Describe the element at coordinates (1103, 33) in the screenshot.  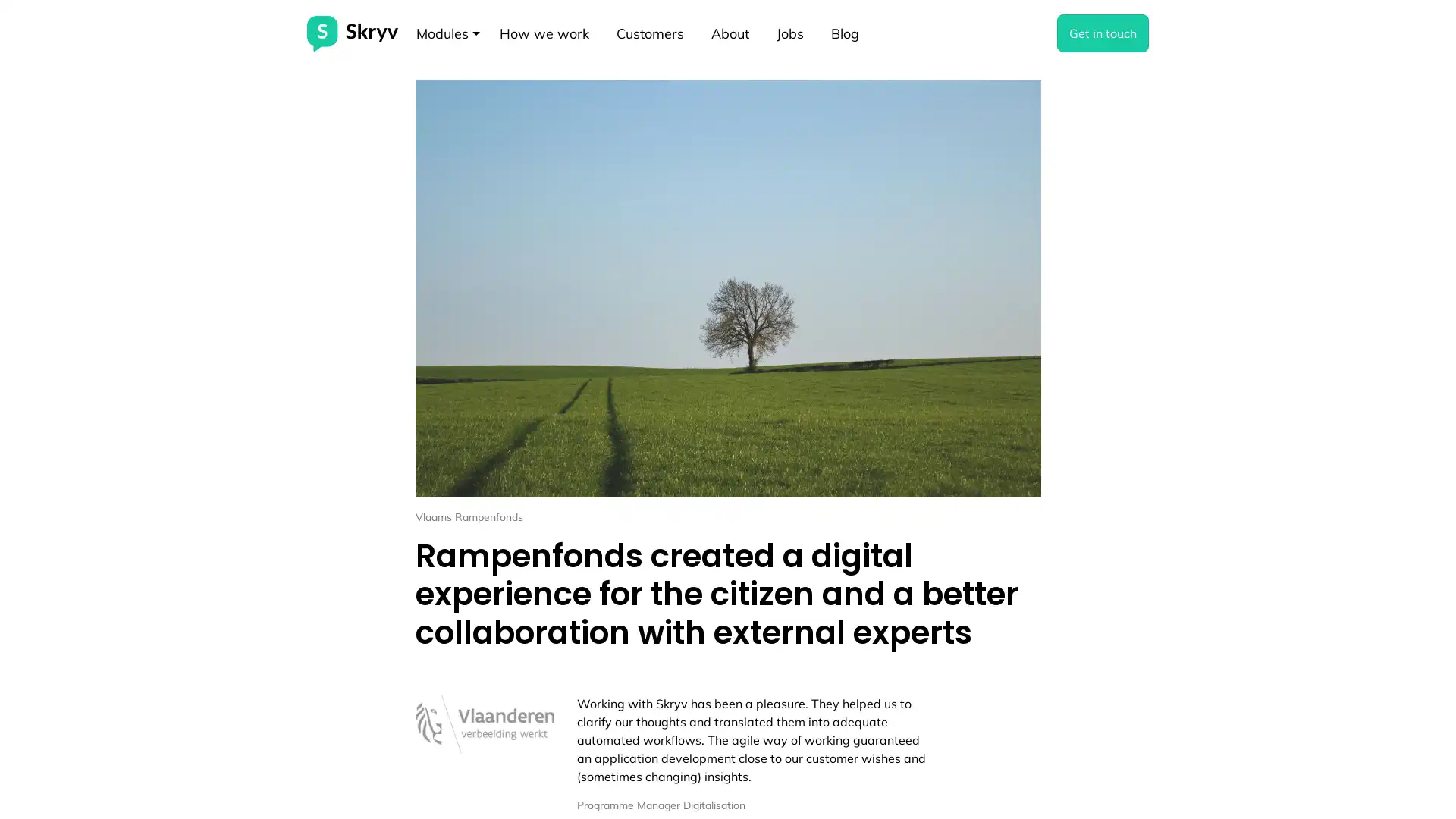
I see `Get in touch` at that location.